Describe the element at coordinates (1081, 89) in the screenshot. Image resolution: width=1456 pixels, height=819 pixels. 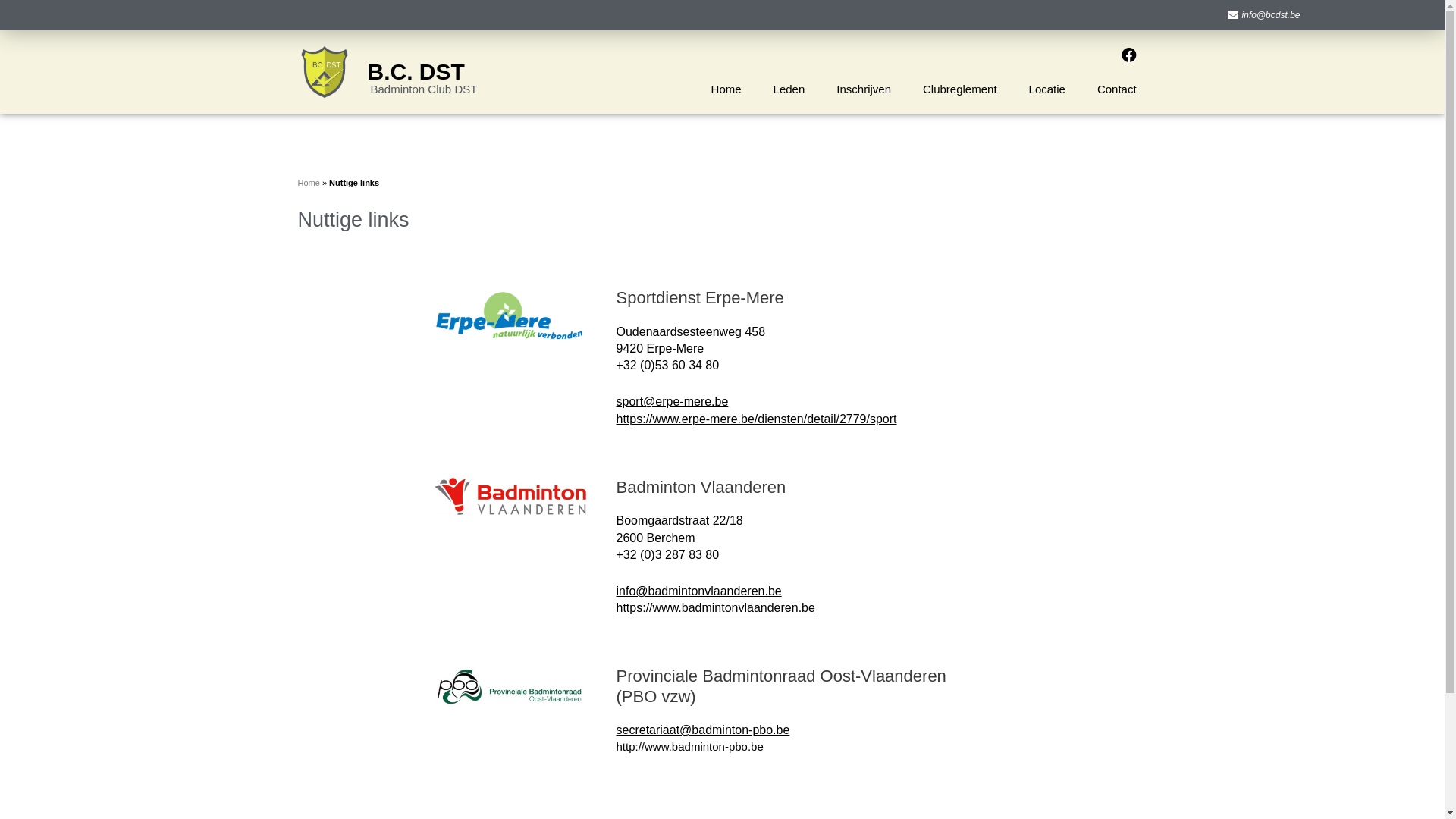
I see `'Contact'` at that location.